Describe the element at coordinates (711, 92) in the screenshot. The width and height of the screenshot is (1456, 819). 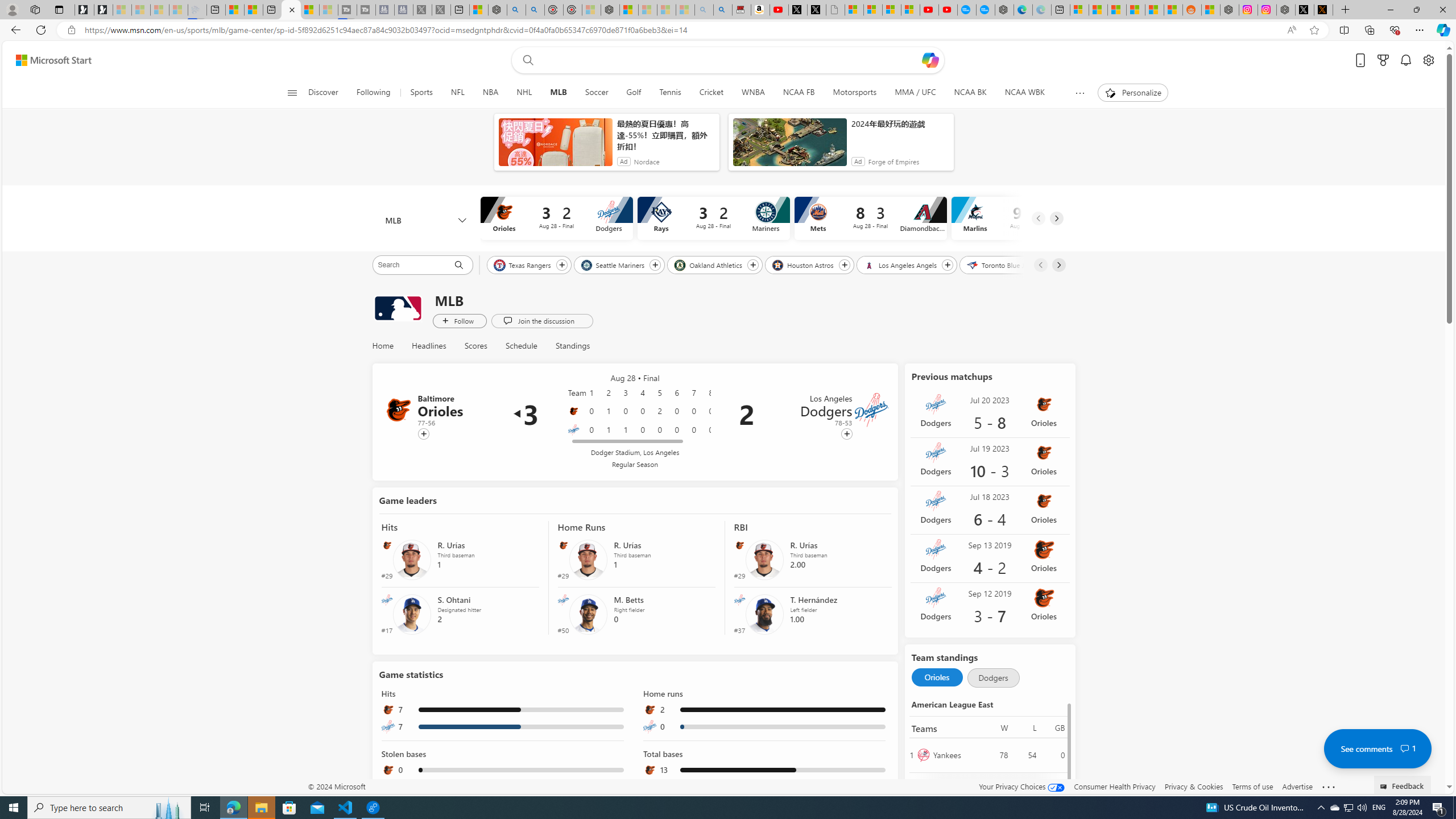
I see `'Cricket'` at that location.